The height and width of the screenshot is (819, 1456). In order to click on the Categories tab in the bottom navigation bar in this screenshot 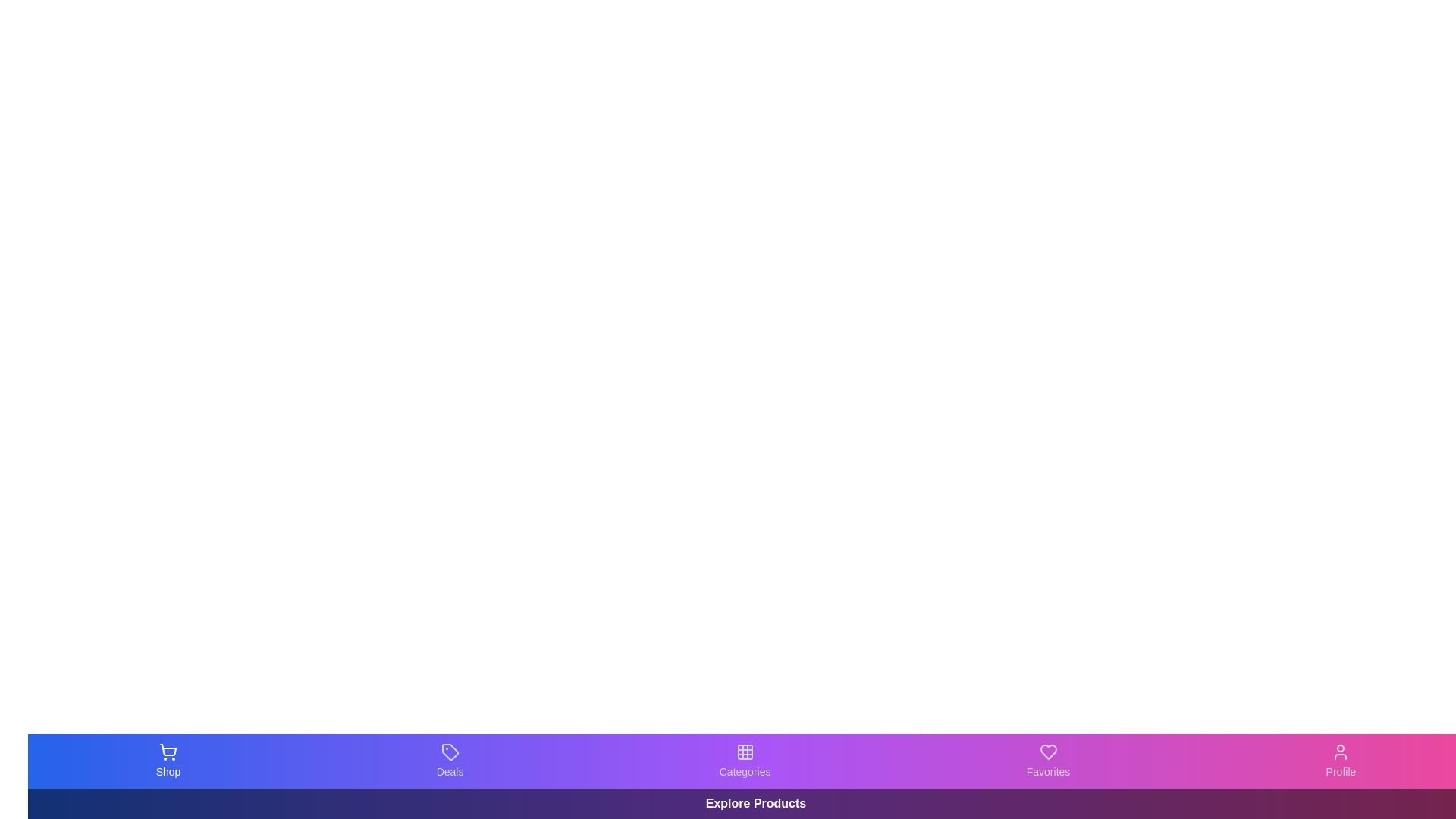, I will do `click(745, 761)`.